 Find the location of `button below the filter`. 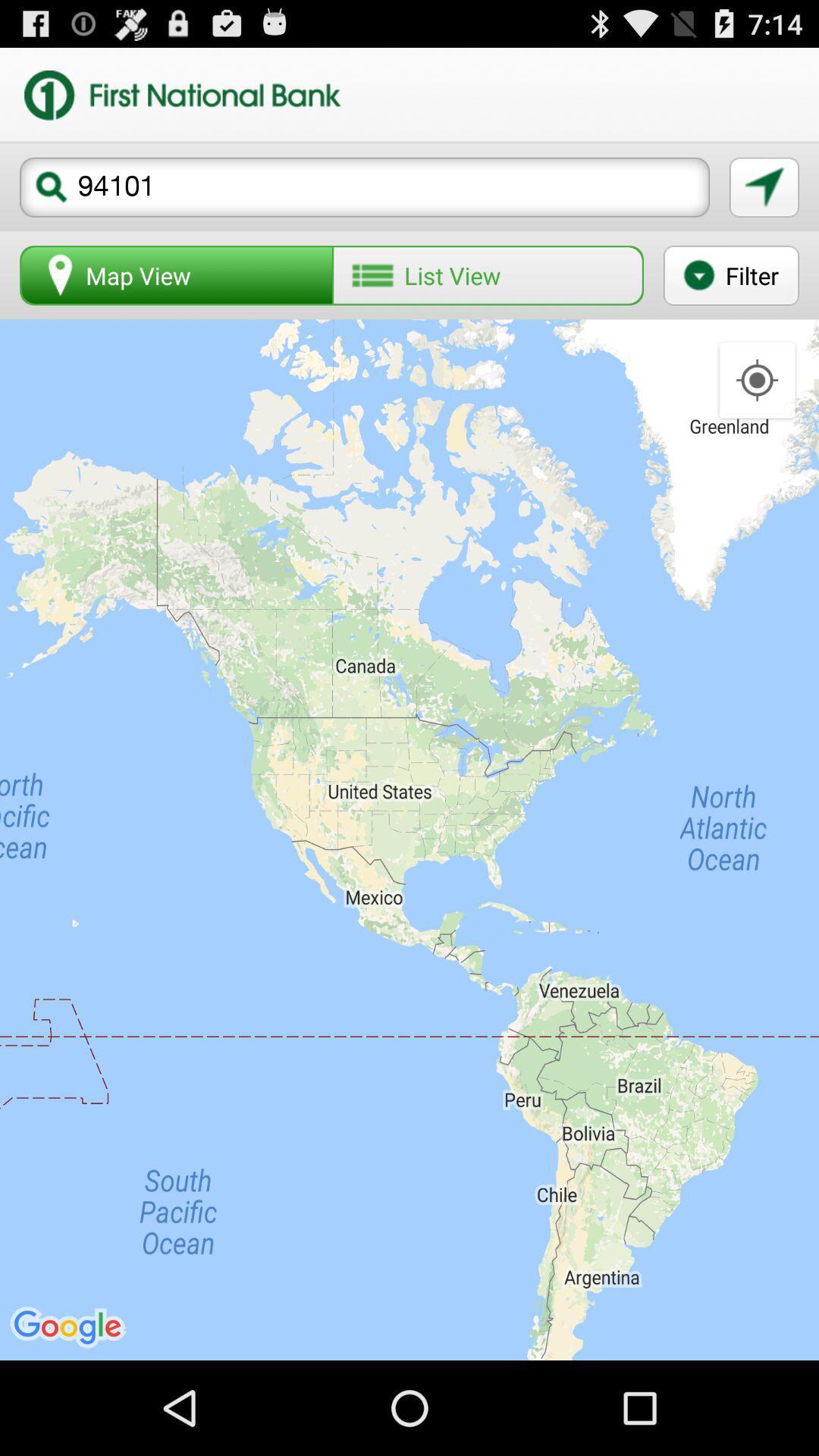

button below the filter is located at coordinates (757, 381).